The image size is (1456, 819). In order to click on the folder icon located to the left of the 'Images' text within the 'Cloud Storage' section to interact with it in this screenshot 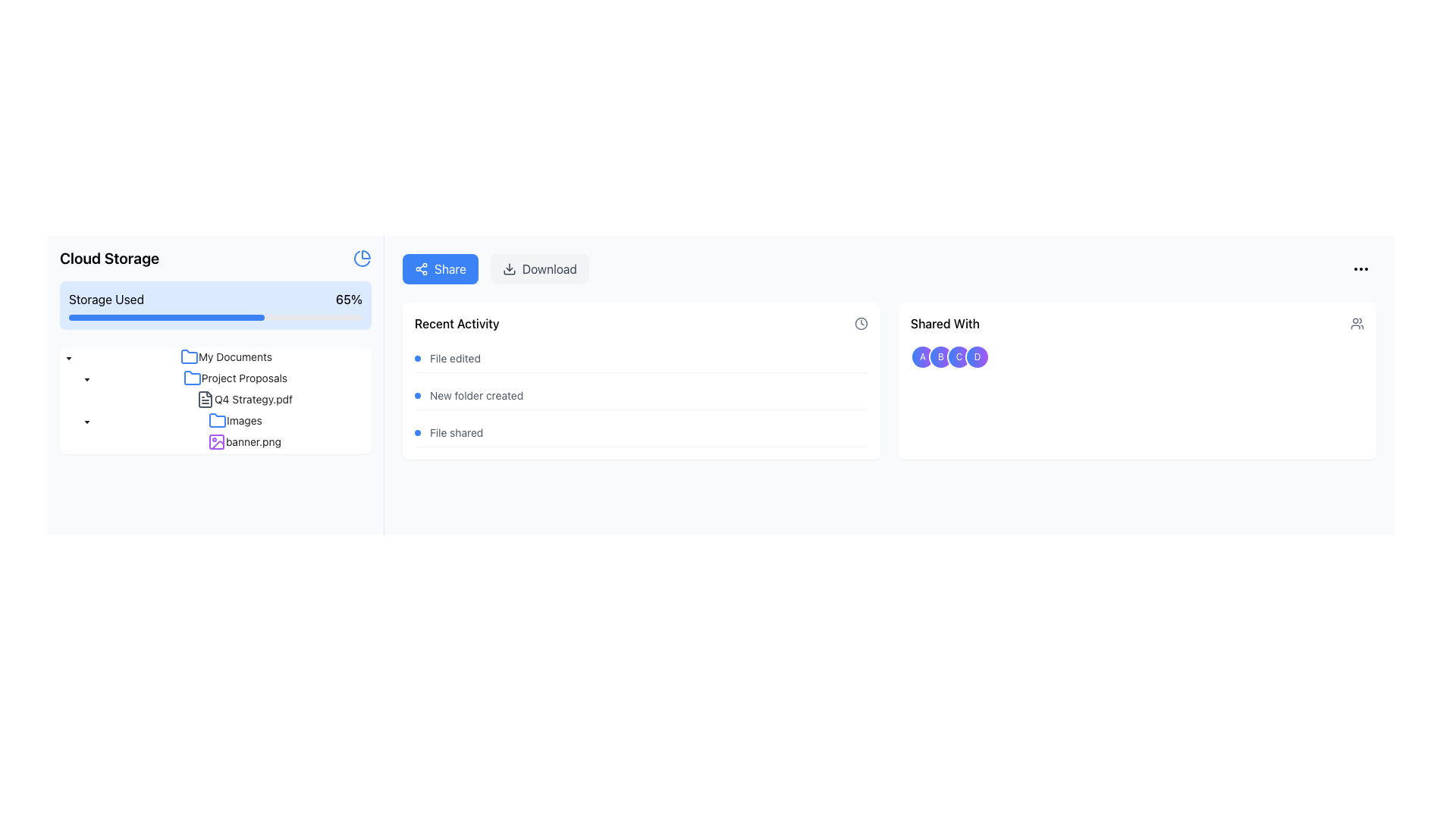, I will do `click(217, 421)`.